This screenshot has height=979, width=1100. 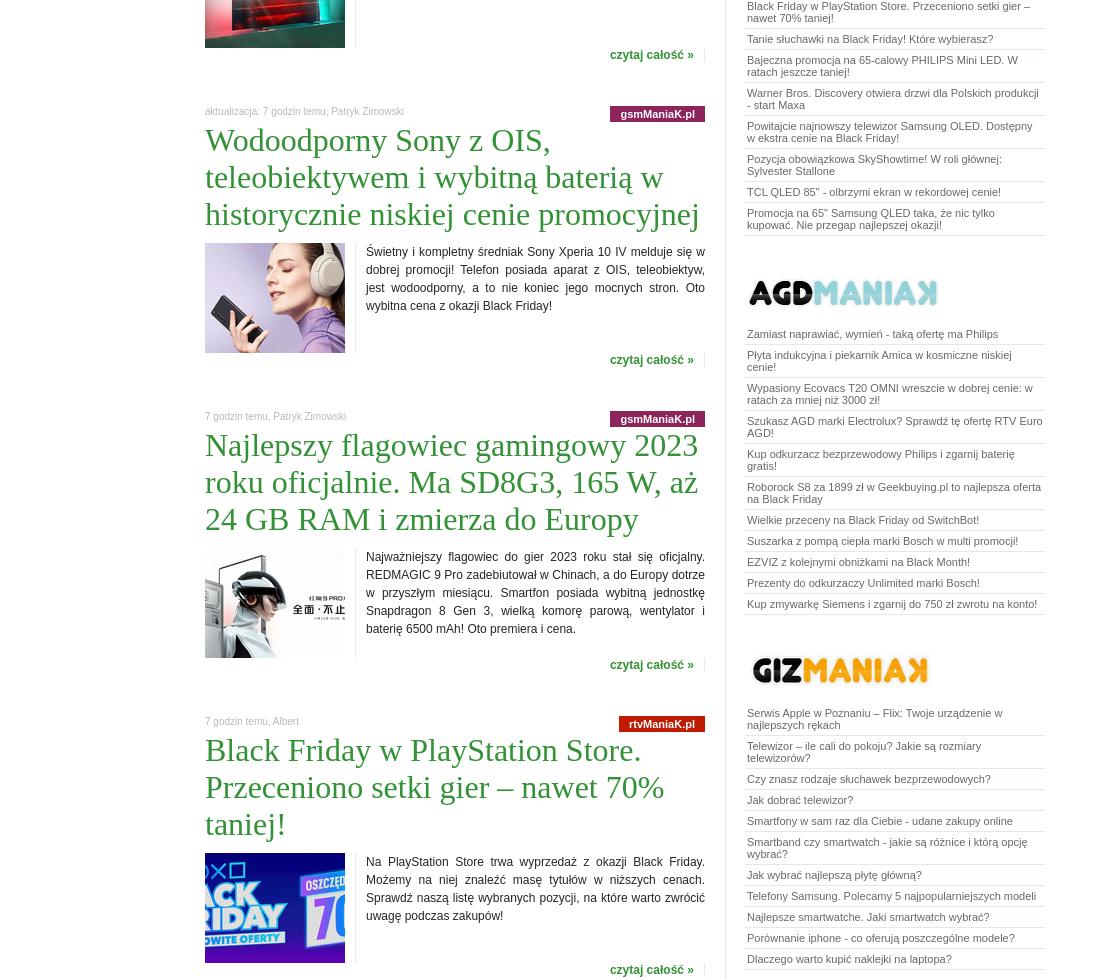 I want to click on 'Porównanie iphone - co oferują poszczególne modele?', so click(x=879, y=936).